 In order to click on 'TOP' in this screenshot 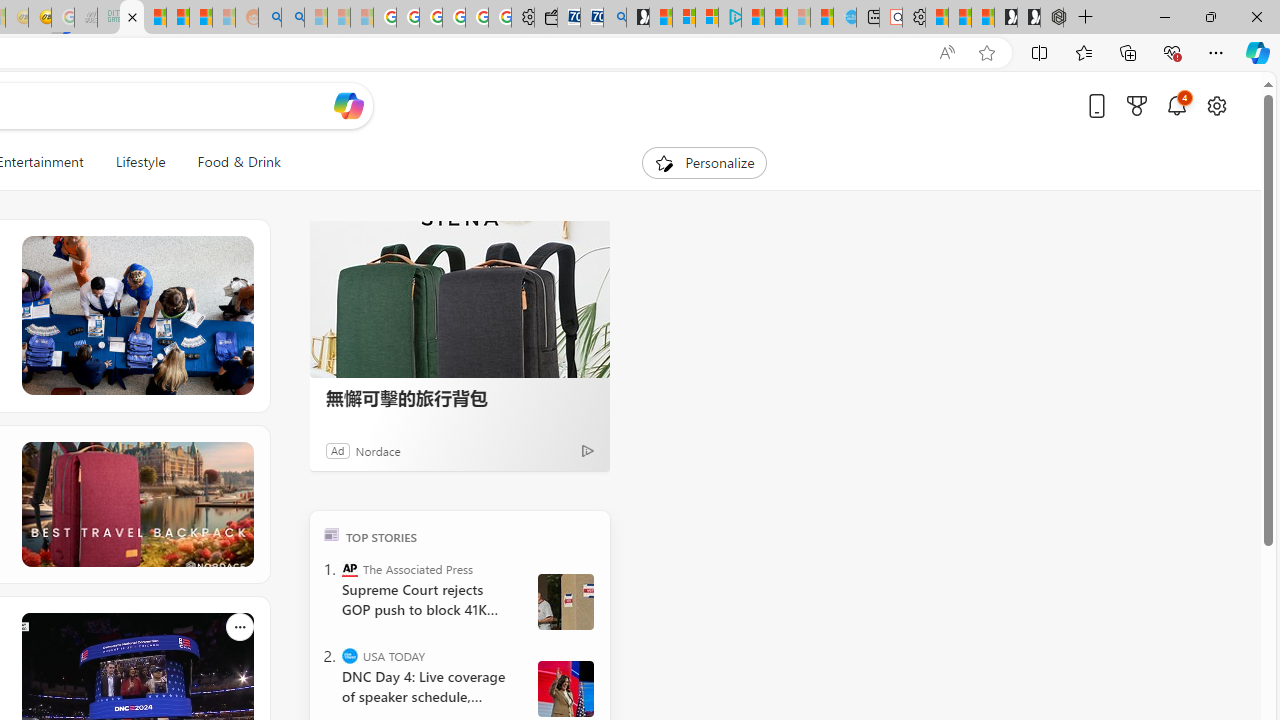, I will do `click(332, 533)`.